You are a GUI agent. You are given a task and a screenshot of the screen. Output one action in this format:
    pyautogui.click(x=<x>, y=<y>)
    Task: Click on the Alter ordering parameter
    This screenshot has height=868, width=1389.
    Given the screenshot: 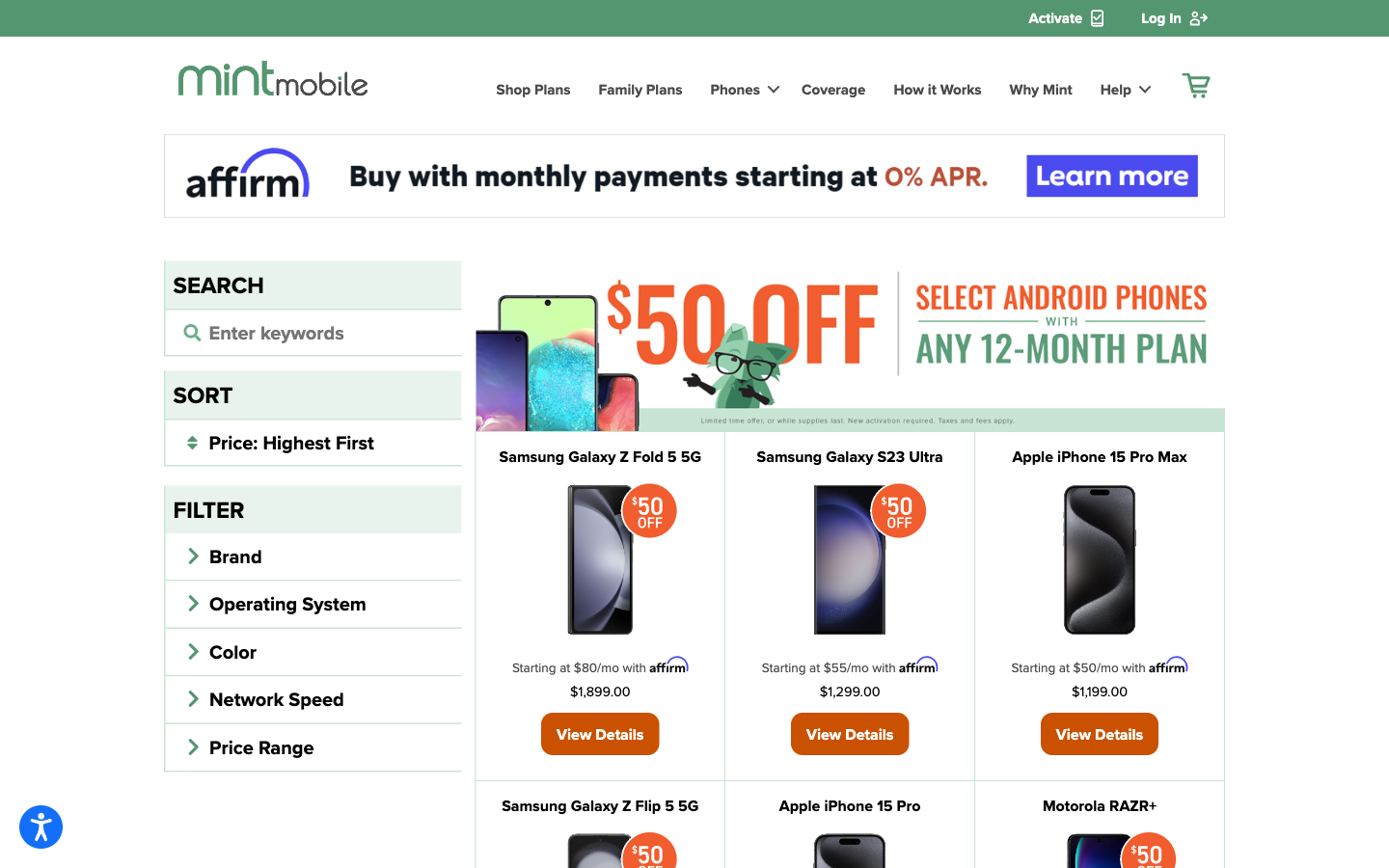 What is the action you would take?
    pyautogui.click(x=313, y=441)
    